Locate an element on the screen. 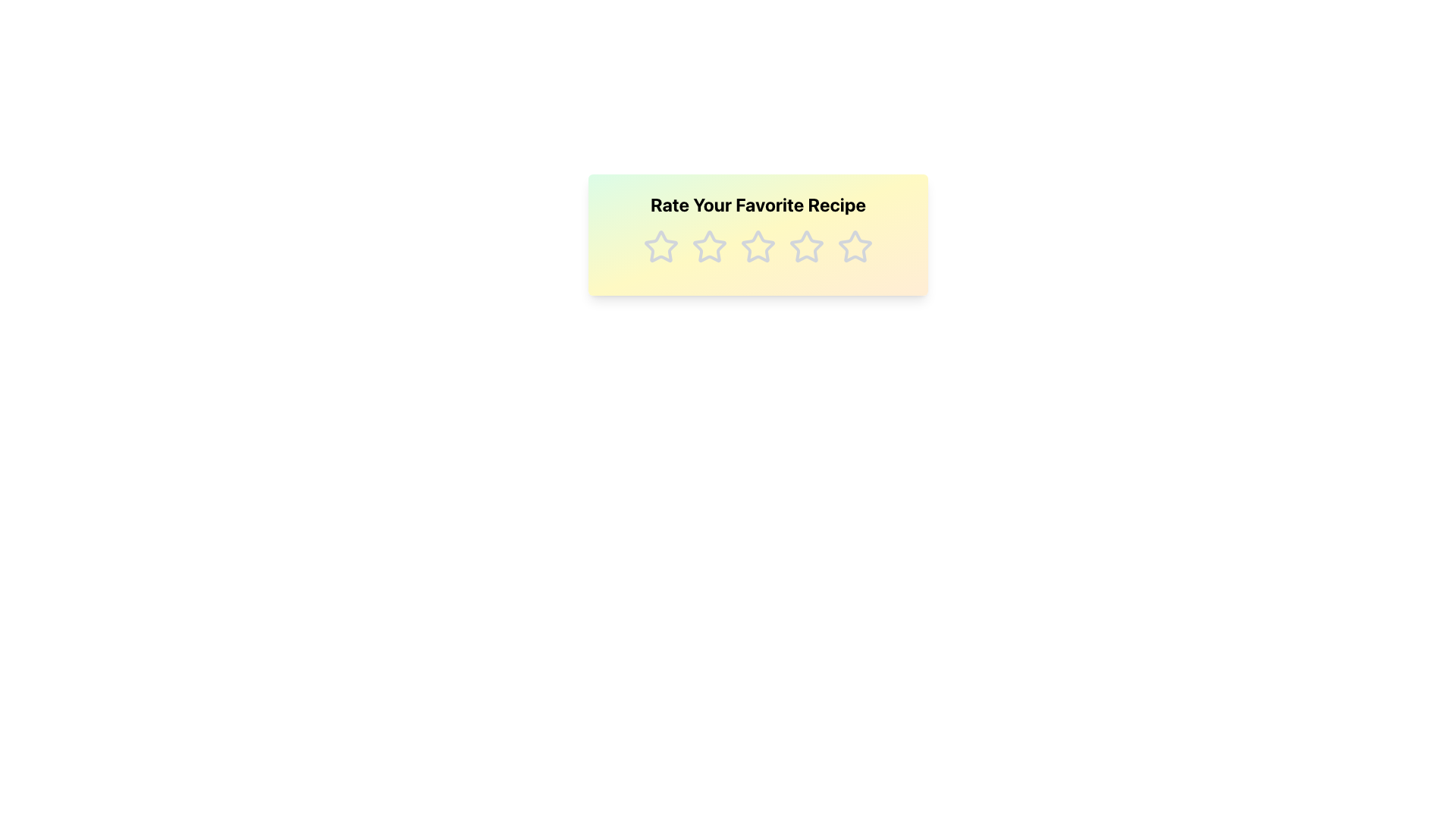 This screenshot has width=1456, height=819. the third star icon in the rating component below the title 'Rate Your Favorite Recipe' is located at coordinates (757, 245).